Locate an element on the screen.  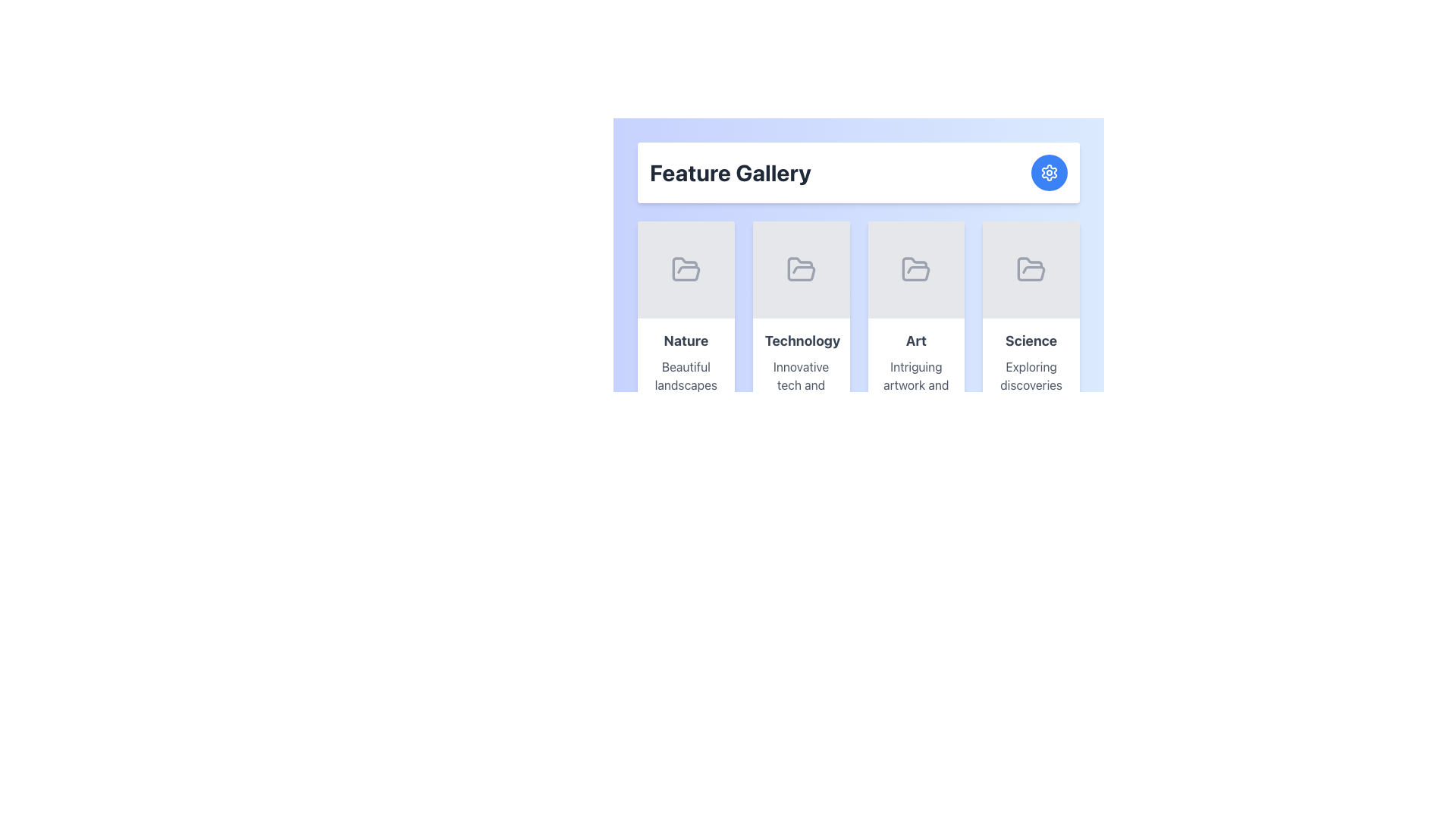
the settings button with an icon located on the right side of the 'Feature Gallery' panel is located at coordinates (1048, 171).